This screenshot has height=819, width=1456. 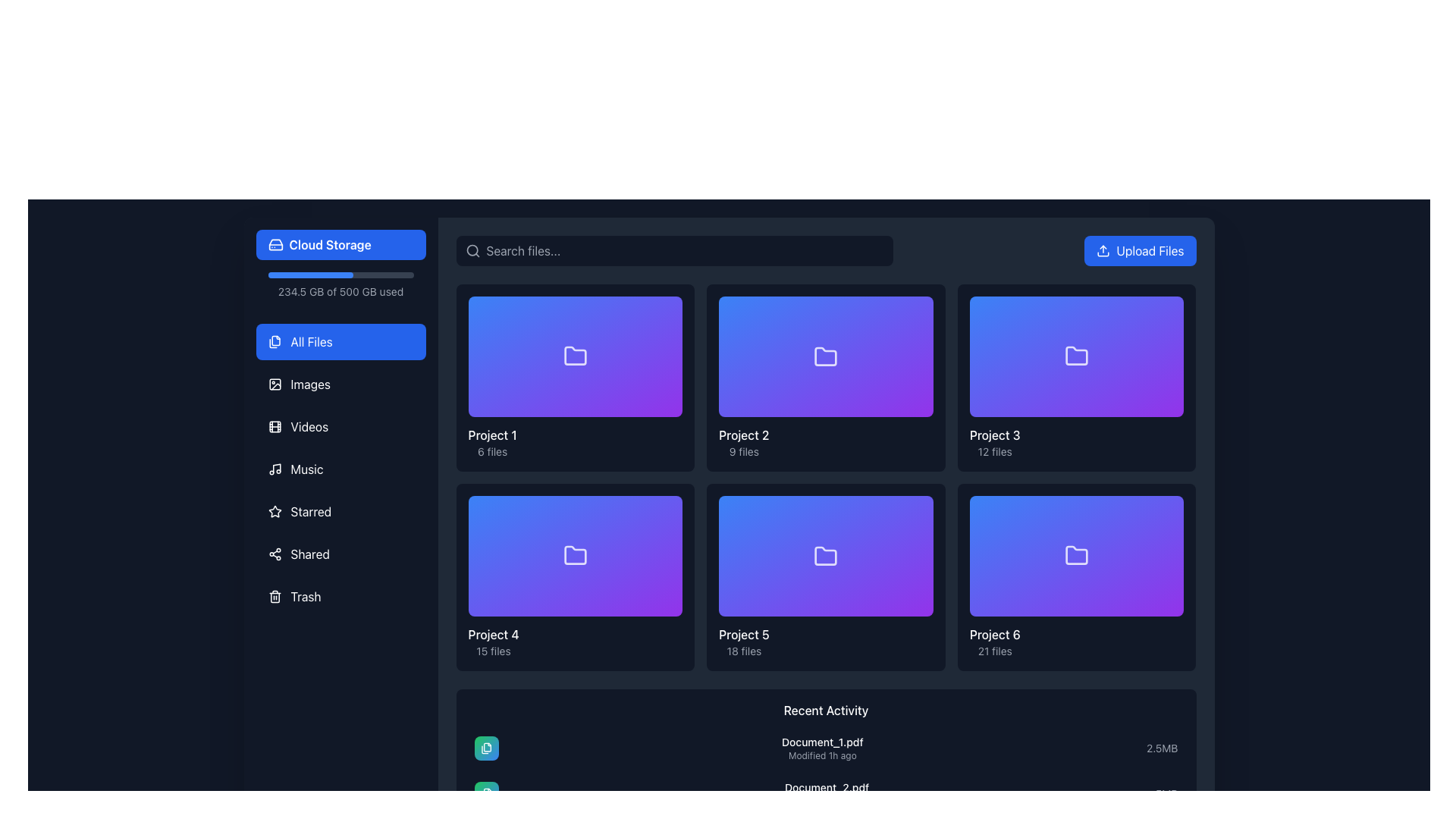 What do you see at coordinates (340, 244) in the screenshot?
I see `the cloud storage navigation button located at the top of the left panel to elicit a hover effect` at bounding box center [340, 244].